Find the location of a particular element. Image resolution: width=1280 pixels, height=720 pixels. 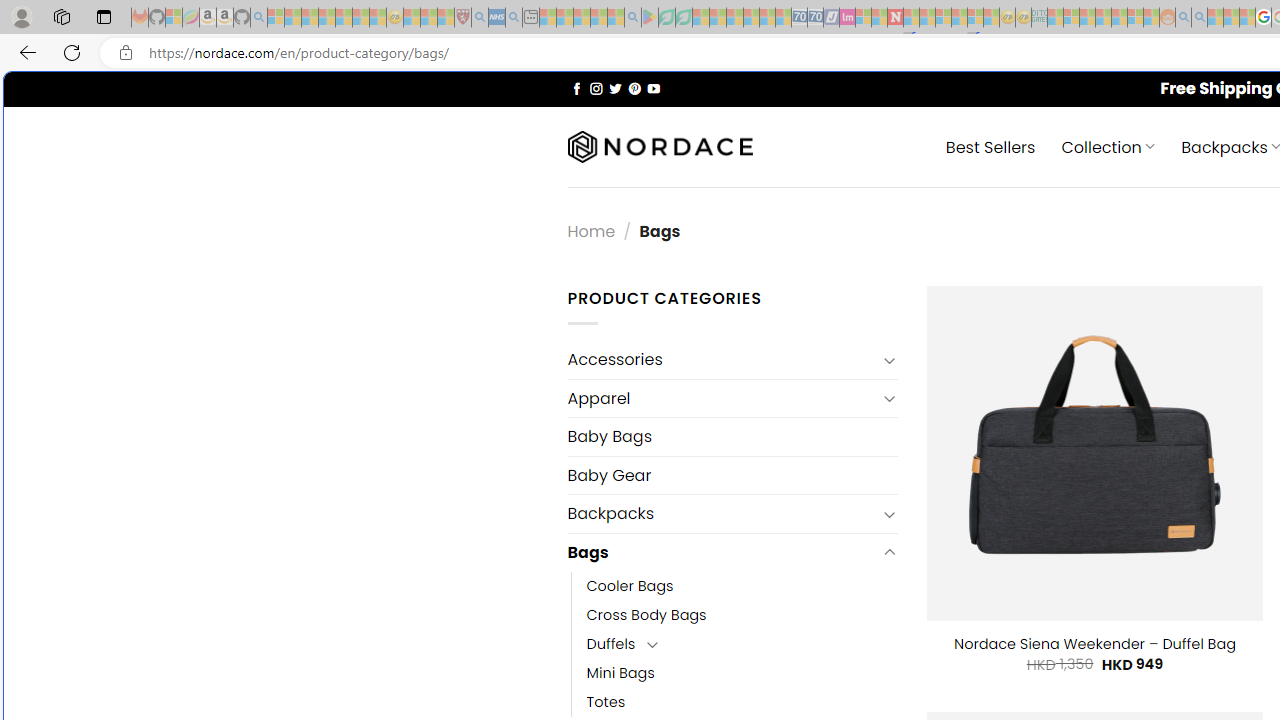

'Follow on YouTube' is located at coordinates (653, 87).